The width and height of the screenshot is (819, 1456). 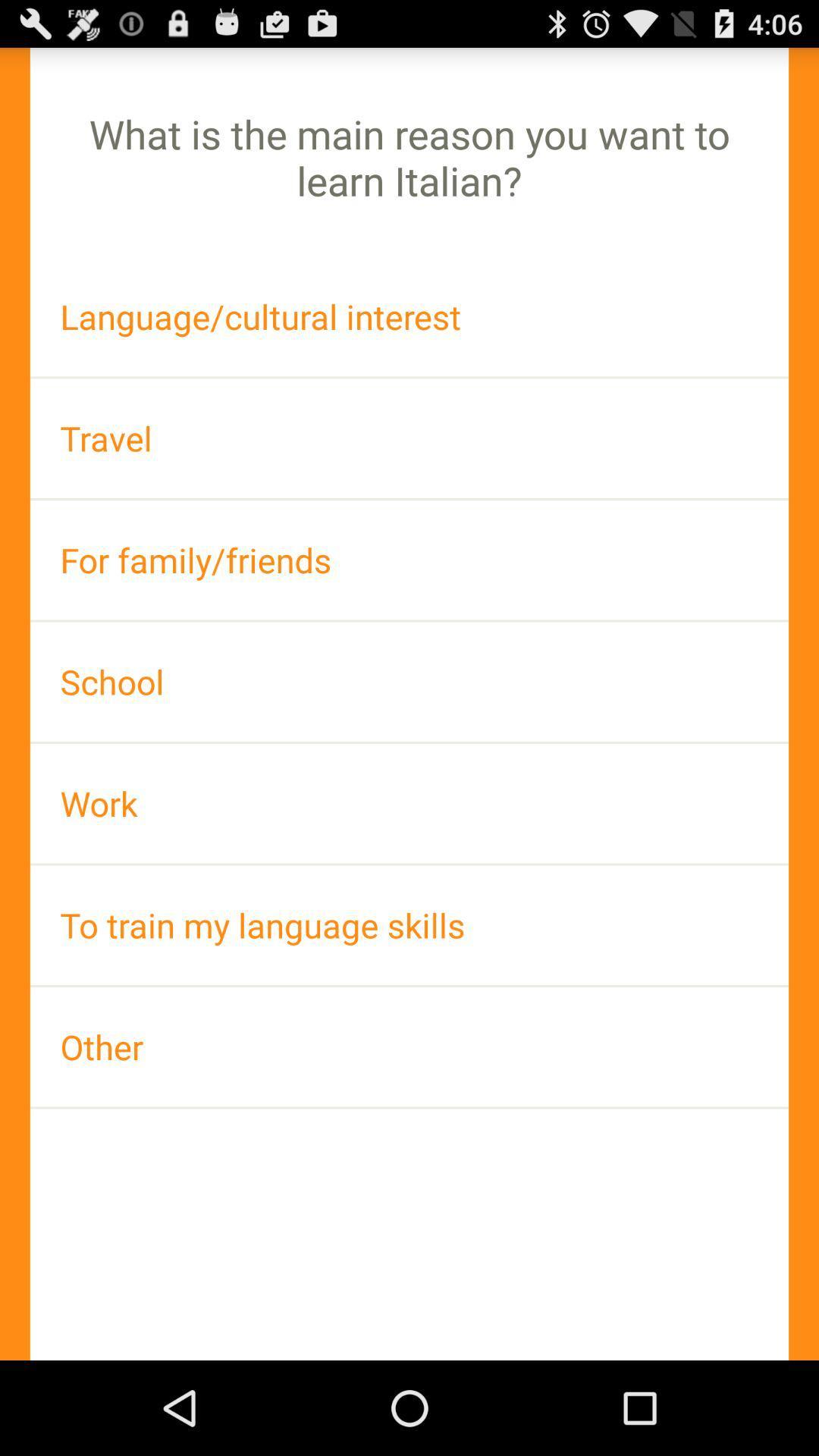 What do you see at coordinates (409, 559) in the screenshot?
I see `the for family/friends item` at bounding box center [409, 559].